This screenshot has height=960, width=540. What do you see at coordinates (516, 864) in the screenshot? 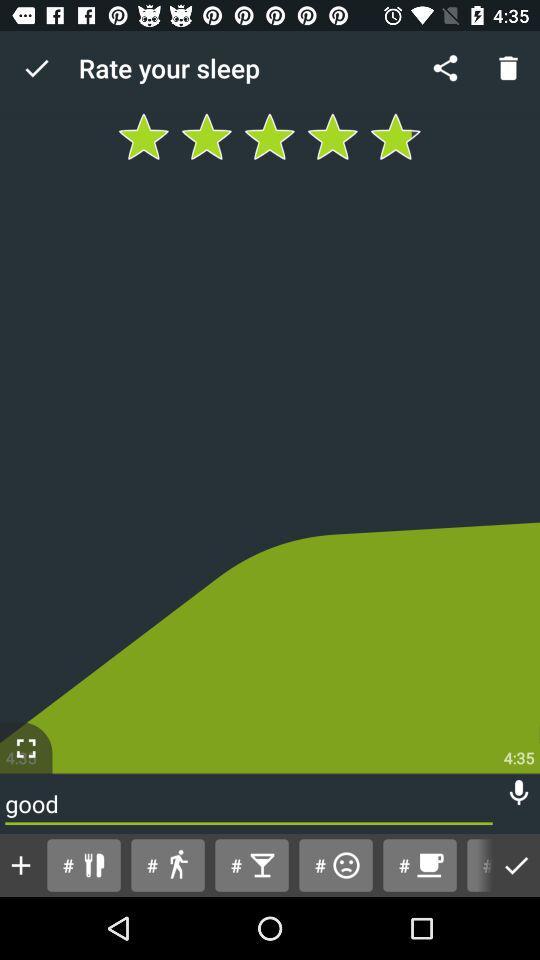
I see `finish rating sleep` at bounding box center [516, 864].